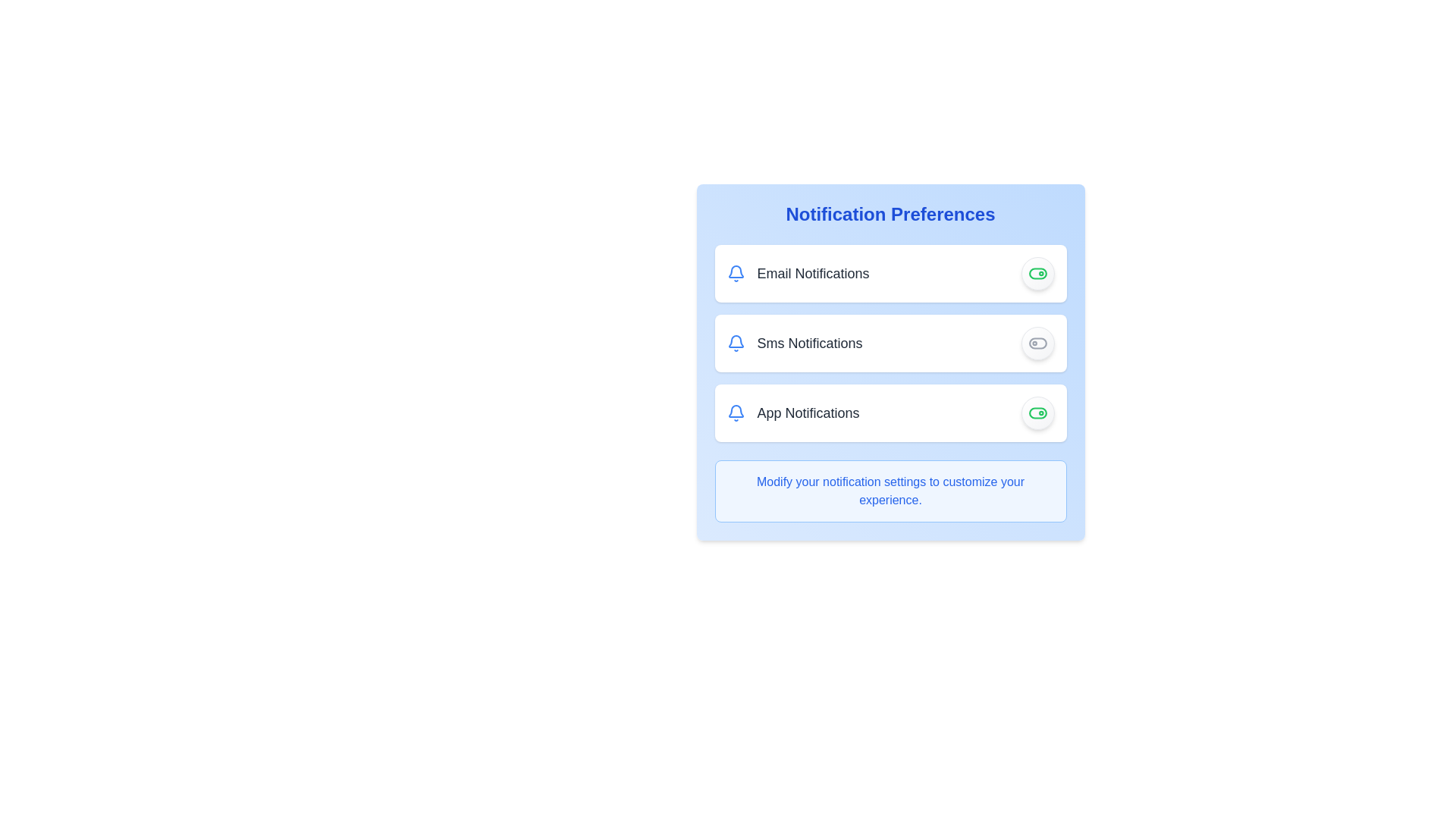 This screenshot has height=819, width=1456. Describe the element at coordinates (890, 491) in the screenshot. I see `the informational text block with a light blue background and blue border that reads 'Modify your notification settings to customize your experience.'` at that location.